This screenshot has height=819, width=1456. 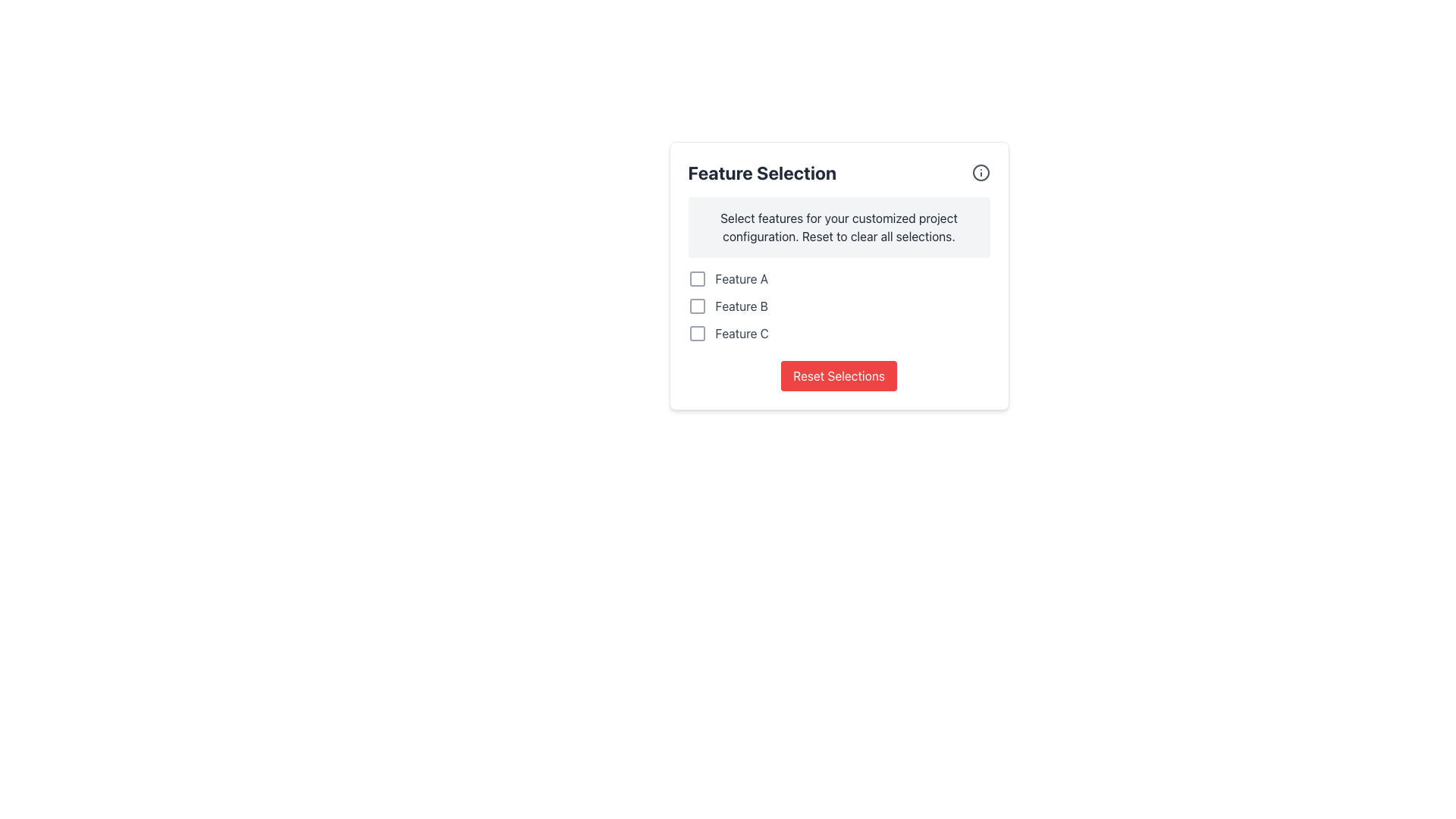 What do you see at coordinates (838, 375) in the screenshot?
I see `the reset button located at the bottom of the 'Feature Selection' card` at bounding box center [838, 375].